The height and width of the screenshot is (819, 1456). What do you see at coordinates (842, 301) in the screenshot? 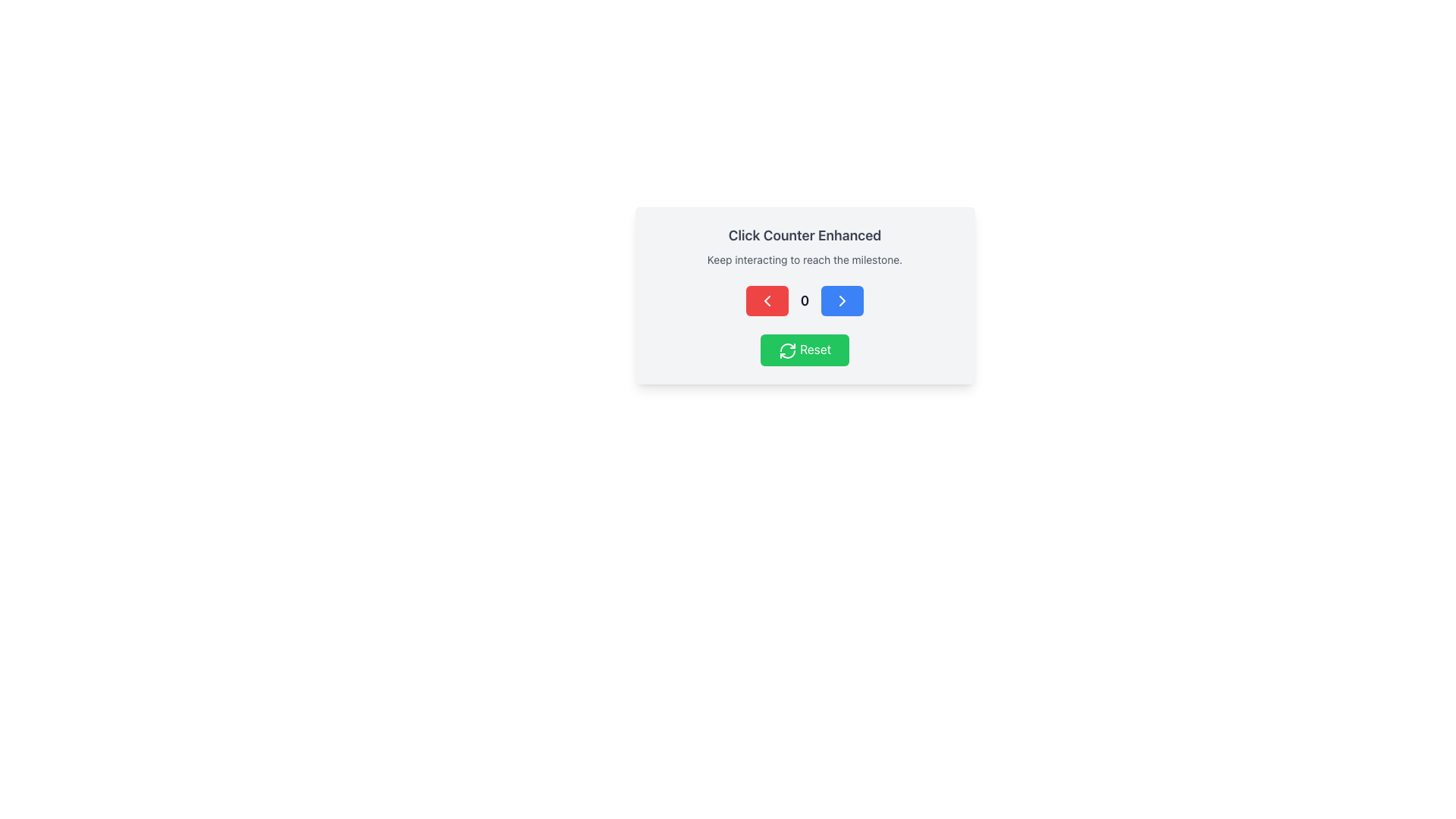
I see `the increment button located to the right of the central numeric display to change its appearance` at bounding box center [842, 301].